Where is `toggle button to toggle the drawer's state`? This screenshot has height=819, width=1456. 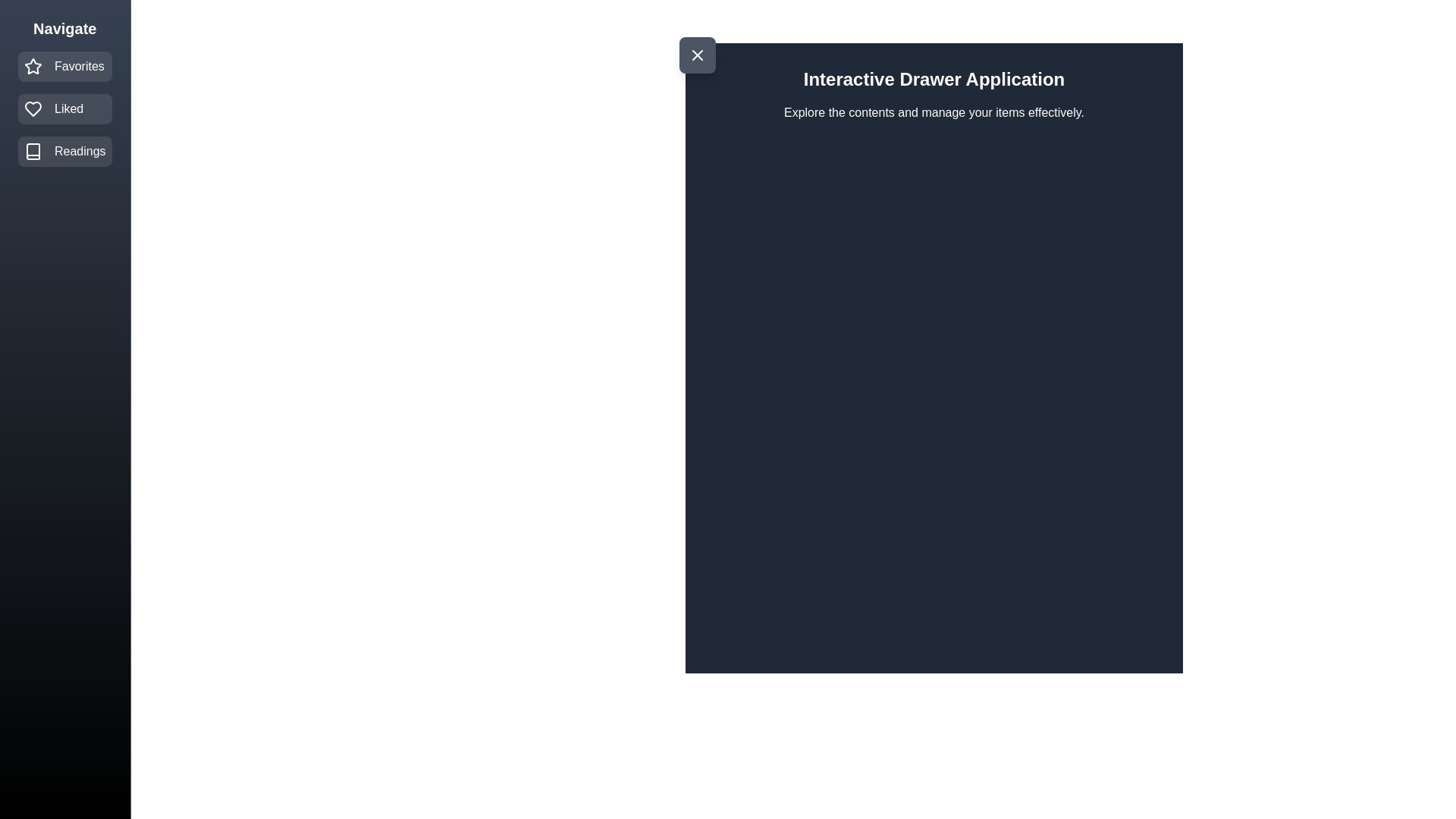 toggle button to toggle the drawer's state is located at coordinates (697, 55).